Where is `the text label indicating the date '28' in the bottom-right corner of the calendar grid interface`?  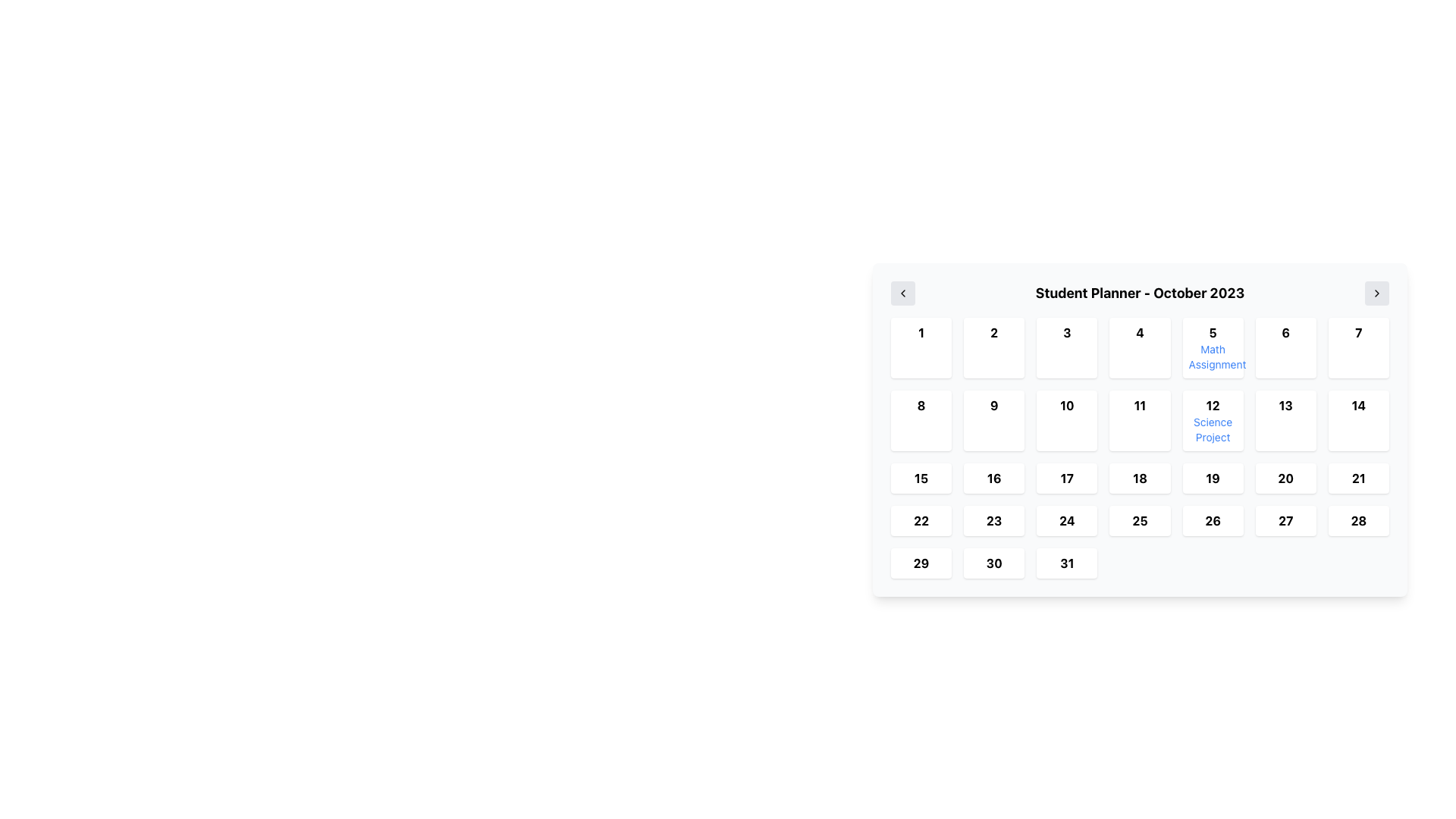 the text label indicating the date '28' in the bottom-right corner of the calendar grid interface is located at coordinates (1358, 519).